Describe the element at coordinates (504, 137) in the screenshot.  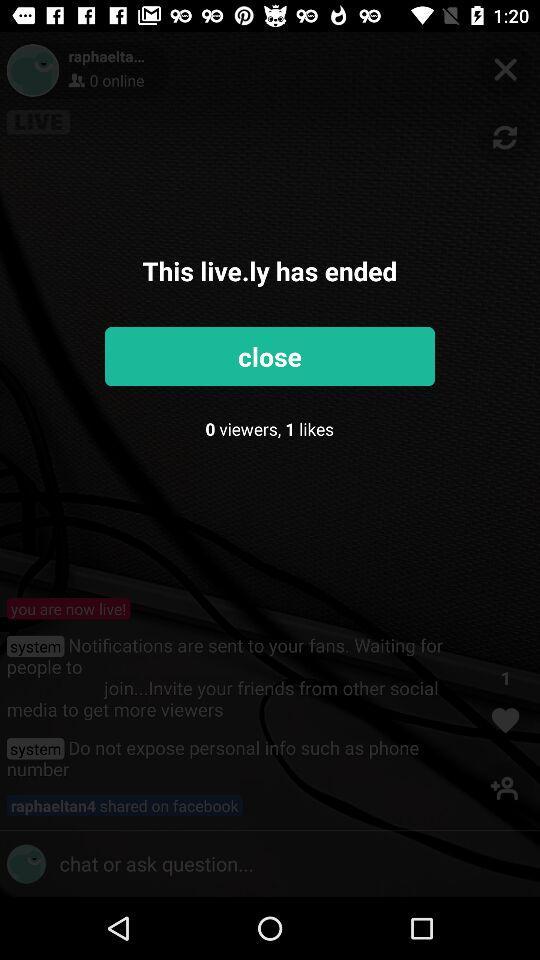
I see `the refresh icon` at that location.